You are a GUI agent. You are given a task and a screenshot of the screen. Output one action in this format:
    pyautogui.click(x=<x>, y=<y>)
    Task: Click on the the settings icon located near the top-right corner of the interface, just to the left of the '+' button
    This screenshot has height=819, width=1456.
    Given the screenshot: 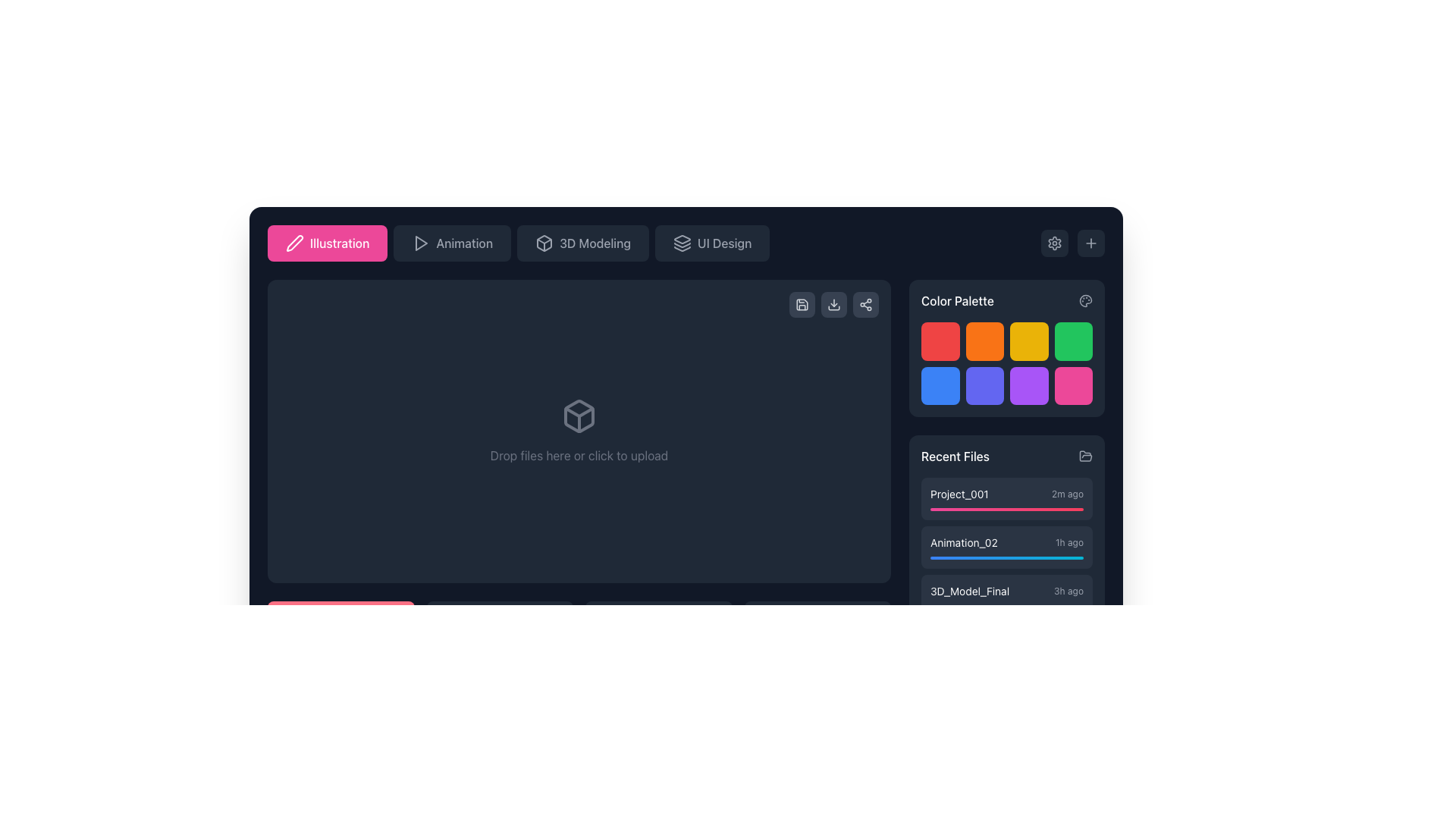 What is the action you would take?
    pyautogui.click(x=1054, y=242)
    